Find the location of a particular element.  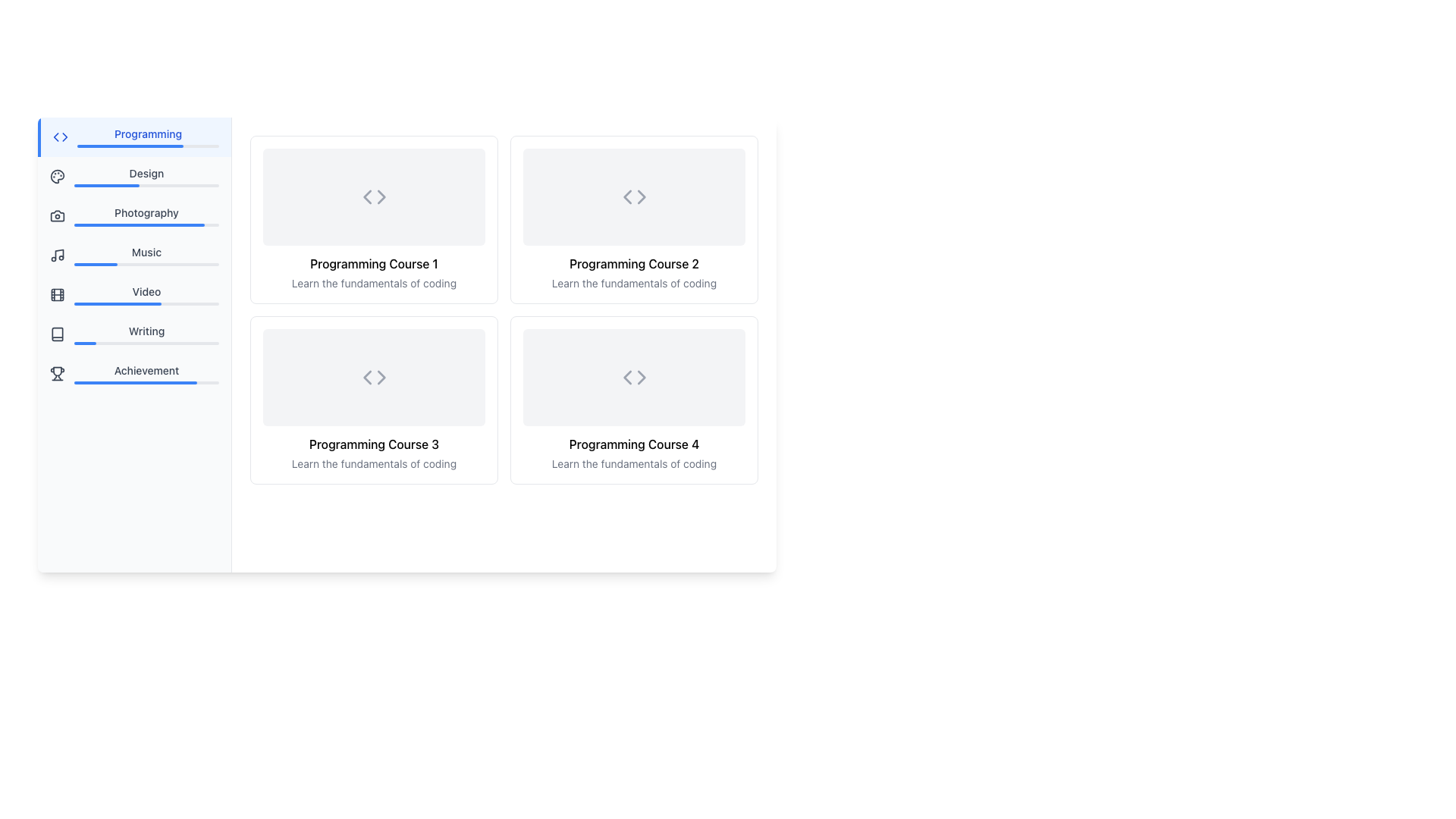

the 'Writing' text label is located at coordinates (146, 330).